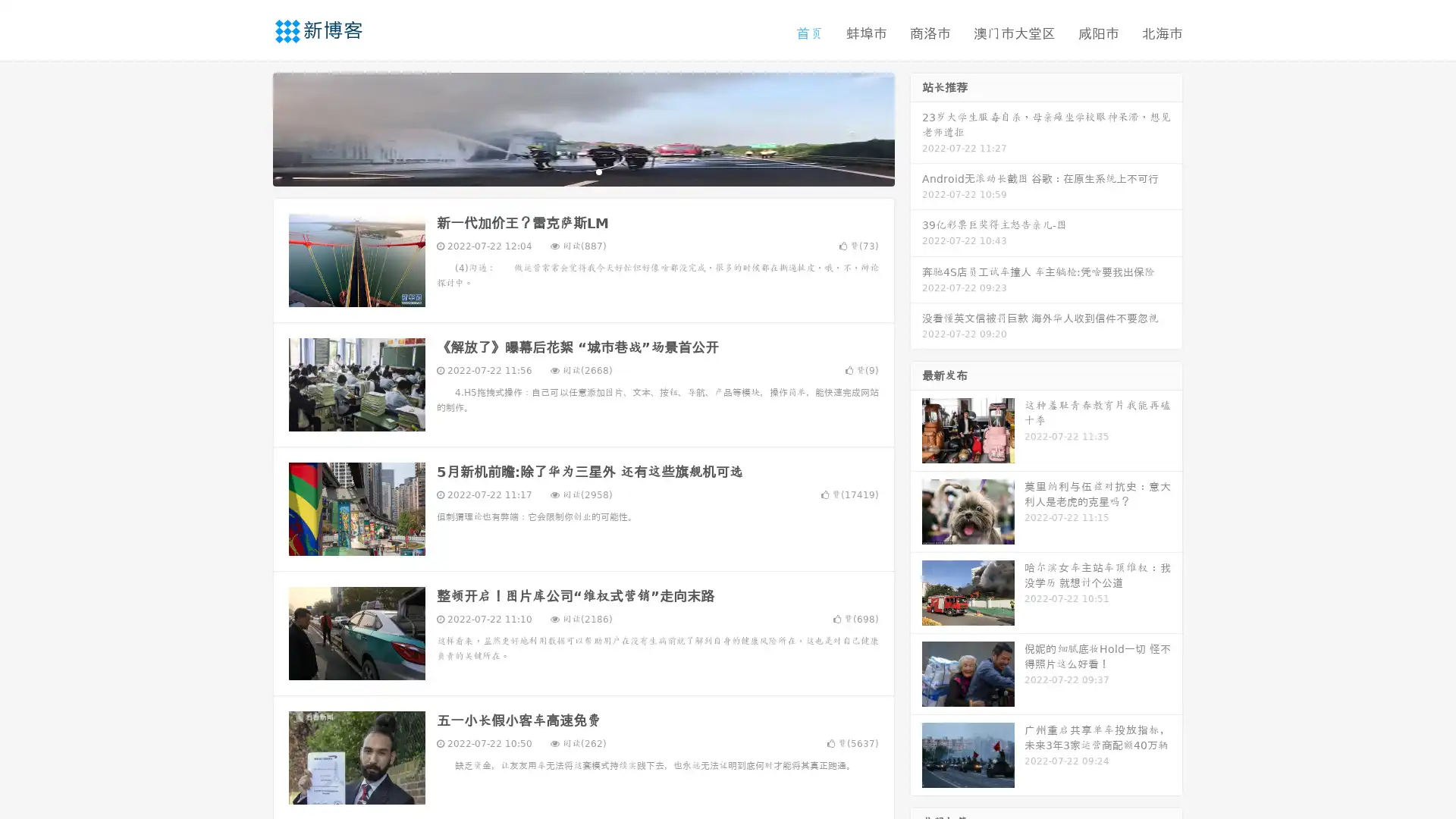 The image size is (1456, 819). I want to click on Next slide, so click(916, 127).